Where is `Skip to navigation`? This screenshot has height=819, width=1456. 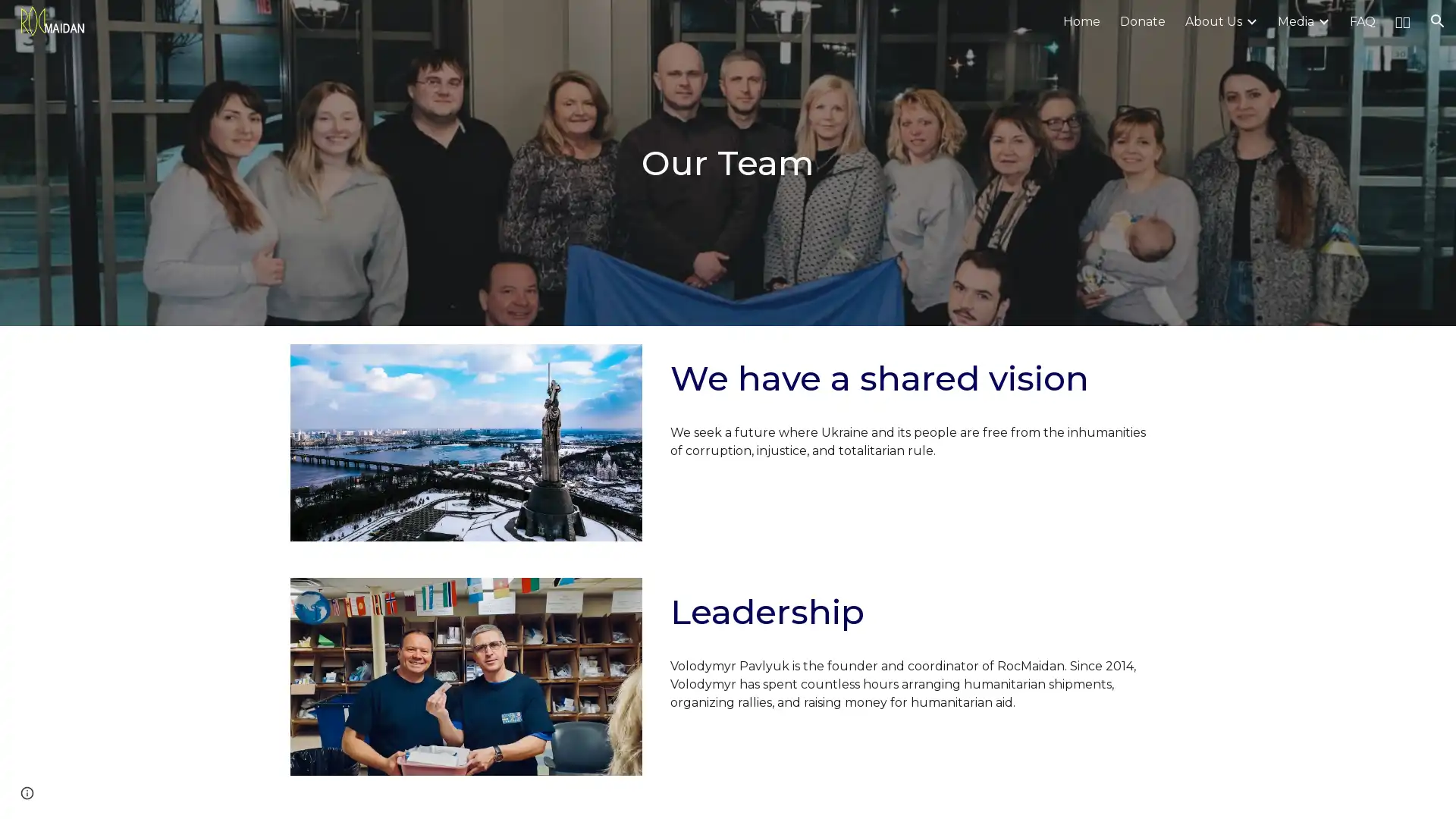
Skip to navigation is located at coordinates (864, 28).